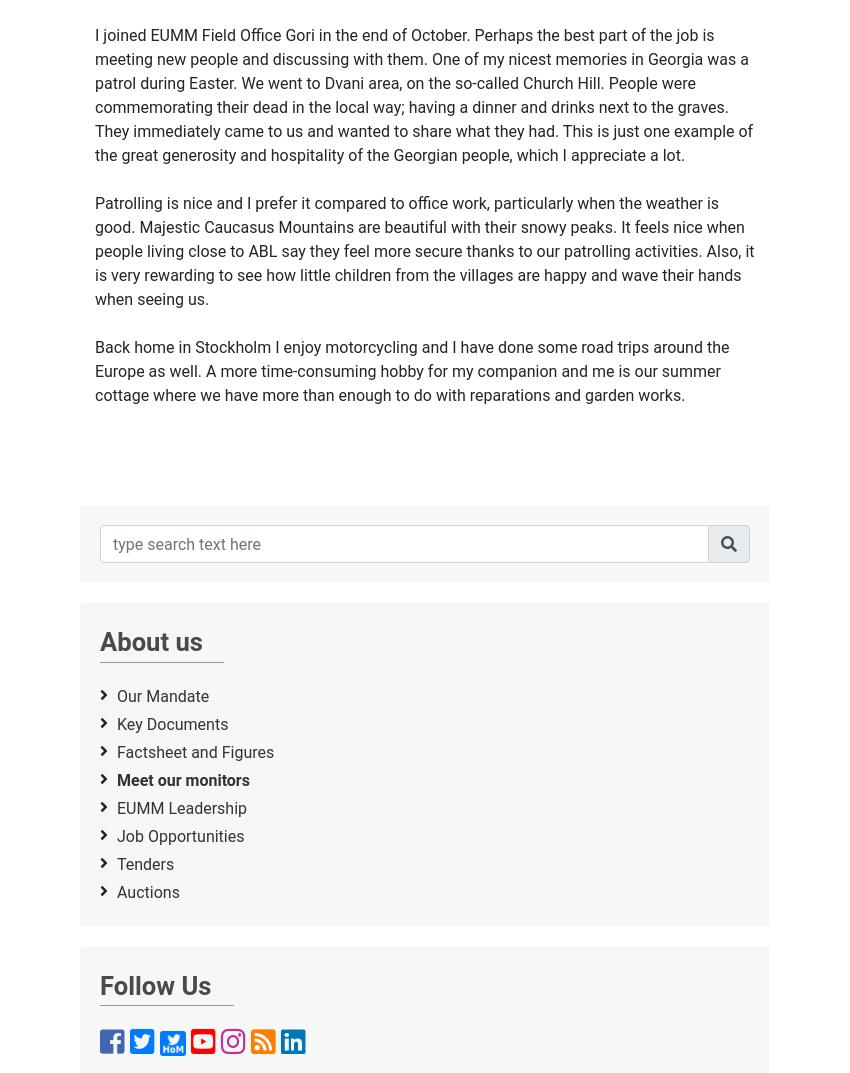  What do you see at coordinates (411, 370) in the screenshot?
I see `'Back home in Stockholm I enjoy motorcycling and I have done some 
road trips around the Europe as well. A more time-consuming hobby for my
 companion and me is our summer cottage where we have more than enough 
to do with reparations and garden works.'` at bounding box center [411, 370].